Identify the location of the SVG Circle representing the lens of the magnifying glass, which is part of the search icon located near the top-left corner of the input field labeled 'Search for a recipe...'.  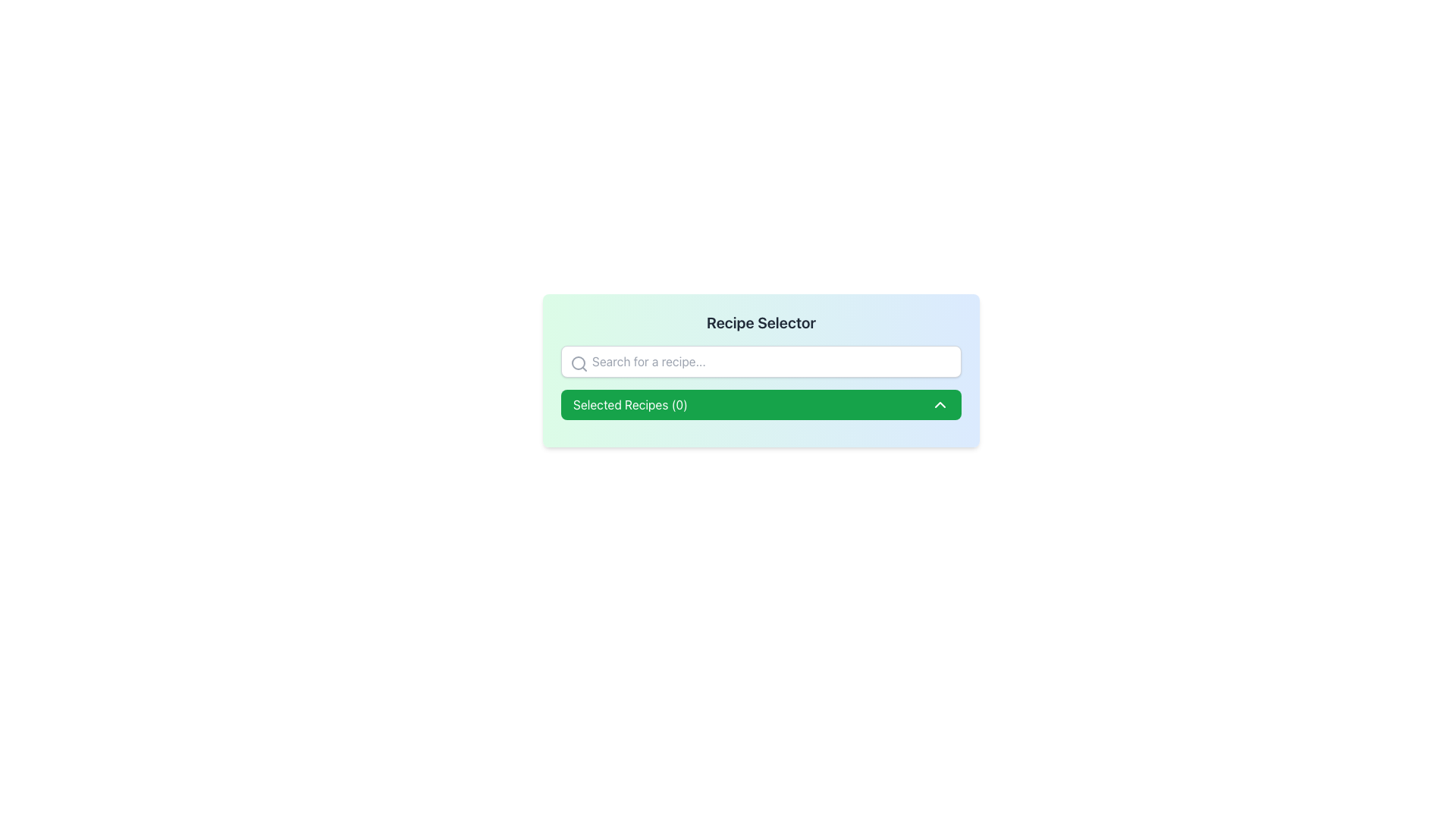
(578, 362).